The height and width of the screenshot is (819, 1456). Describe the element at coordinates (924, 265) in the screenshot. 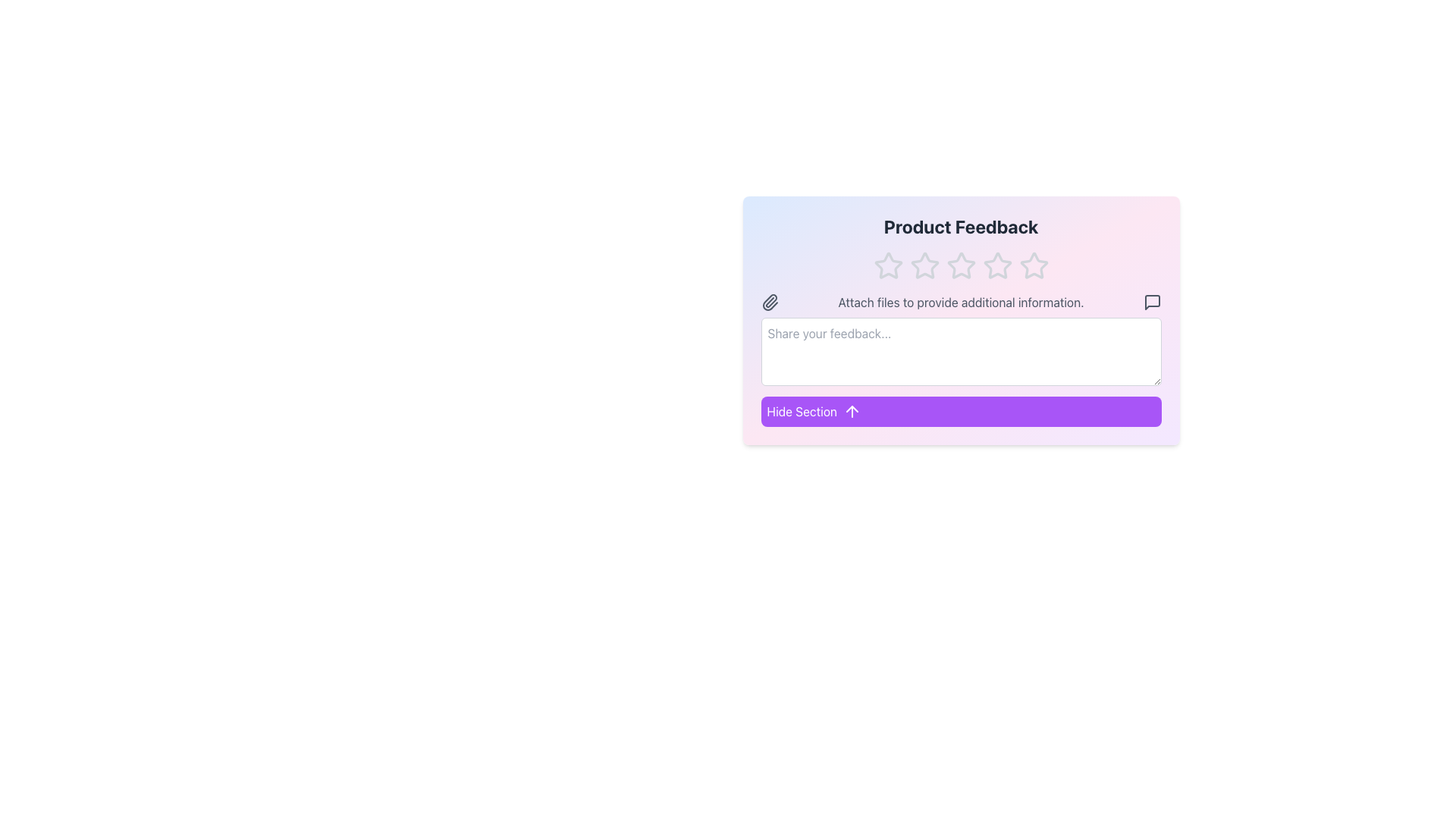

I see `the mouse from the second star icon in the rating system` at that location.